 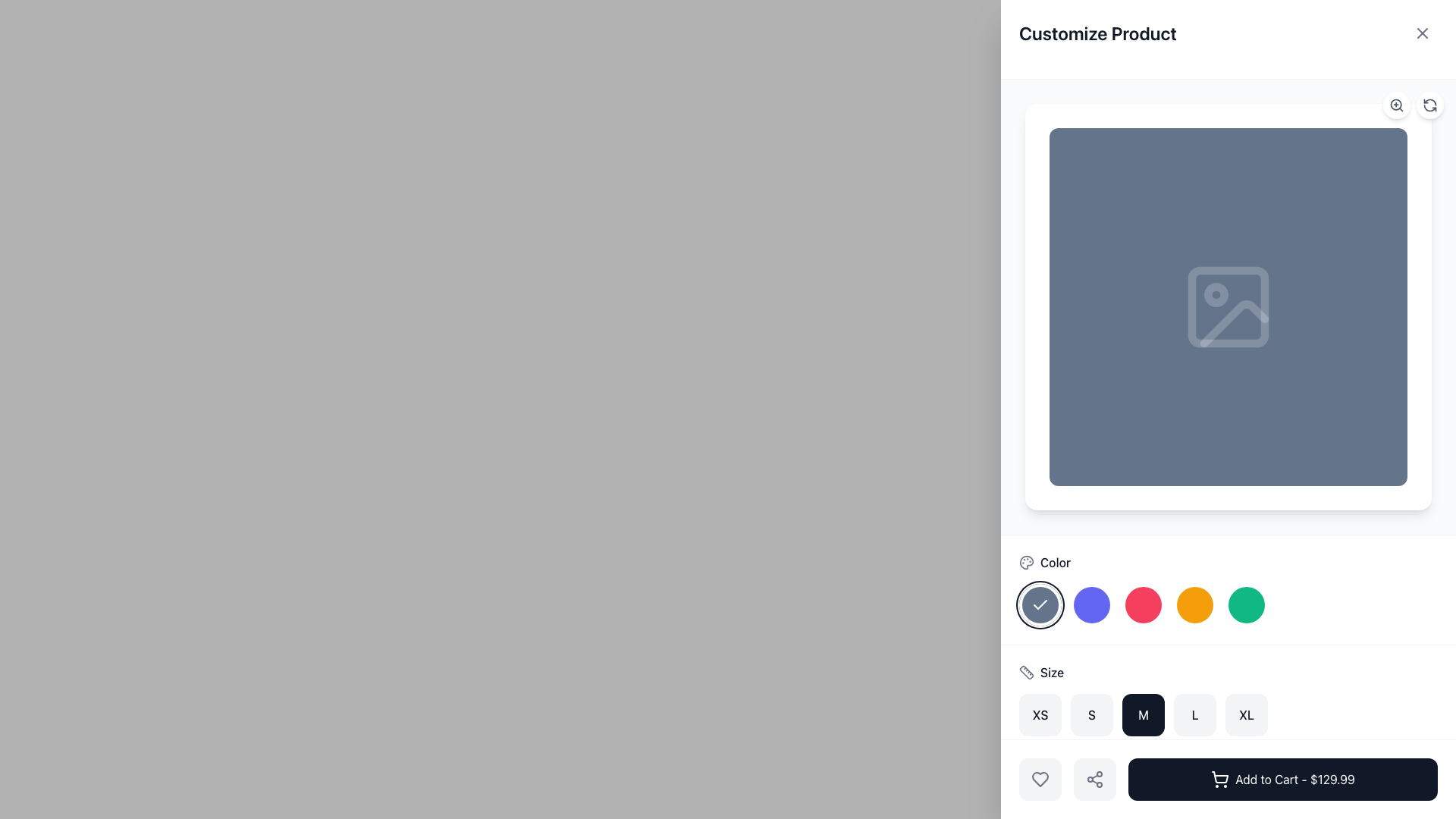 What do you see at coordinates (1051, 672) in the screenshot?
I see `the 'Size' label, which is styled with a medium font weight and dark gray color, located next to a ruler icon in the Color section above size buttons` at bounding box center [1051, 672].